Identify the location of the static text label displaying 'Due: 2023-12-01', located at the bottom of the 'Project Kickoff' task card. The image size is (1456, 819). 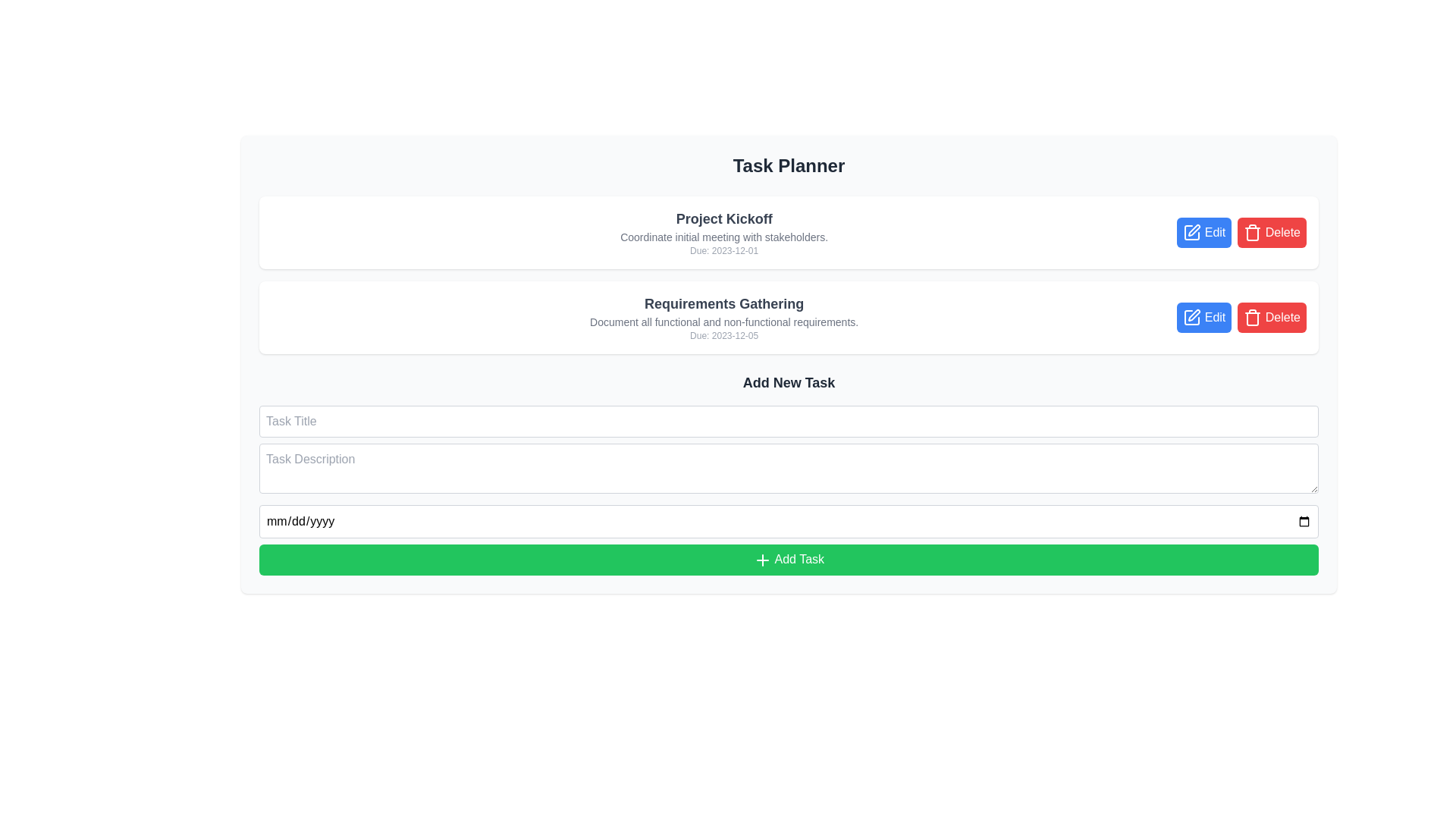
(723, 250).